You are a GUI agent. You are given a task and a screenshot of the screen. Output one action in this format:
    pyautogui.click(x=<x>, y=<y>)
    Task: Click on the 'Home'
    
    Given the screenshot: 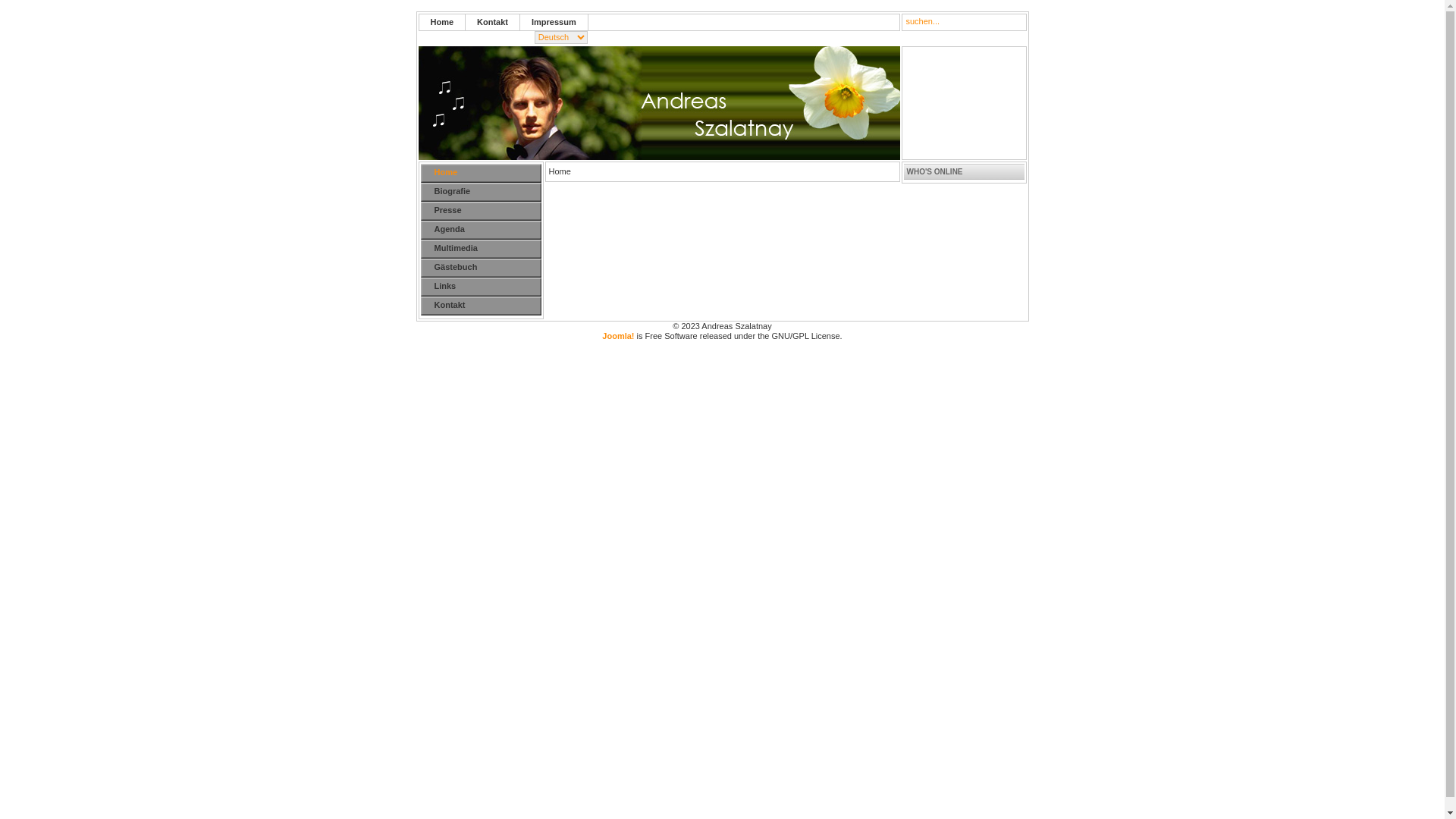 What is the action you would take?
    pyautogui.click(x=487, y=172)
    